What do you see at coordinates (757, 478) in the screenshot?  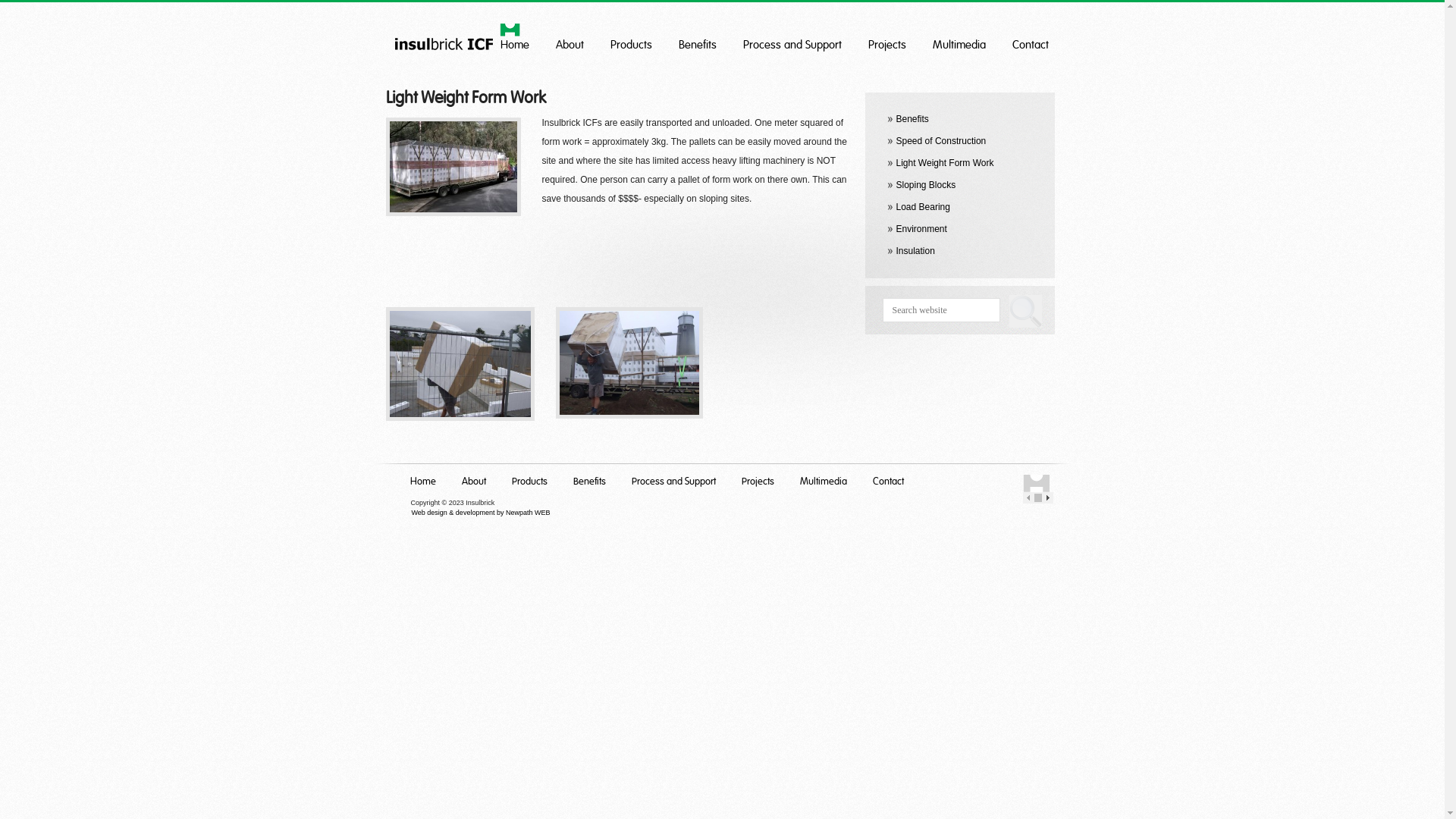 I see `'Projects'` at bounding box center [757, 478].